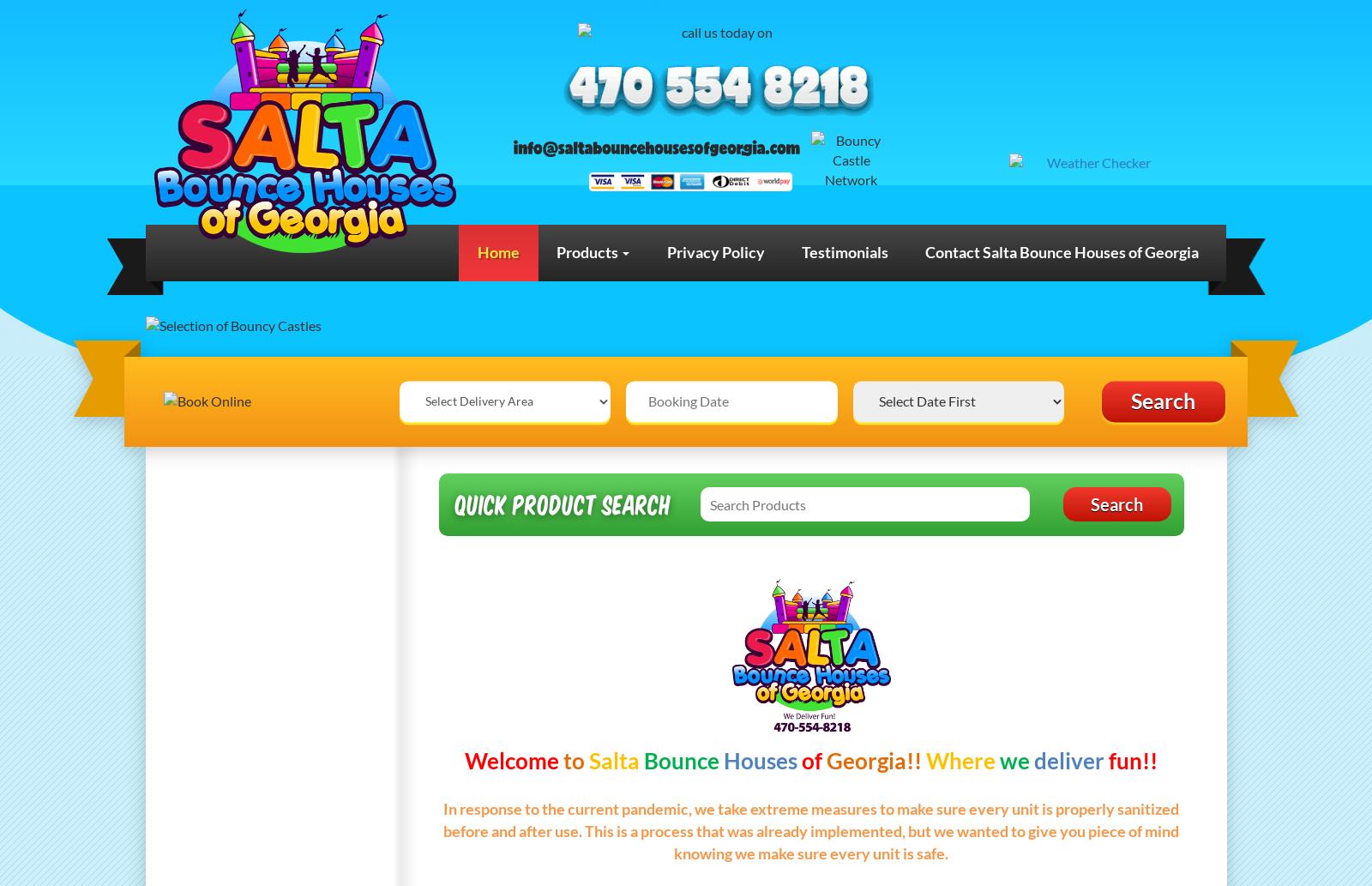 This screenshot has height=886, width=1372. I want to click on 'Privacy Policy', so click(713, 250).